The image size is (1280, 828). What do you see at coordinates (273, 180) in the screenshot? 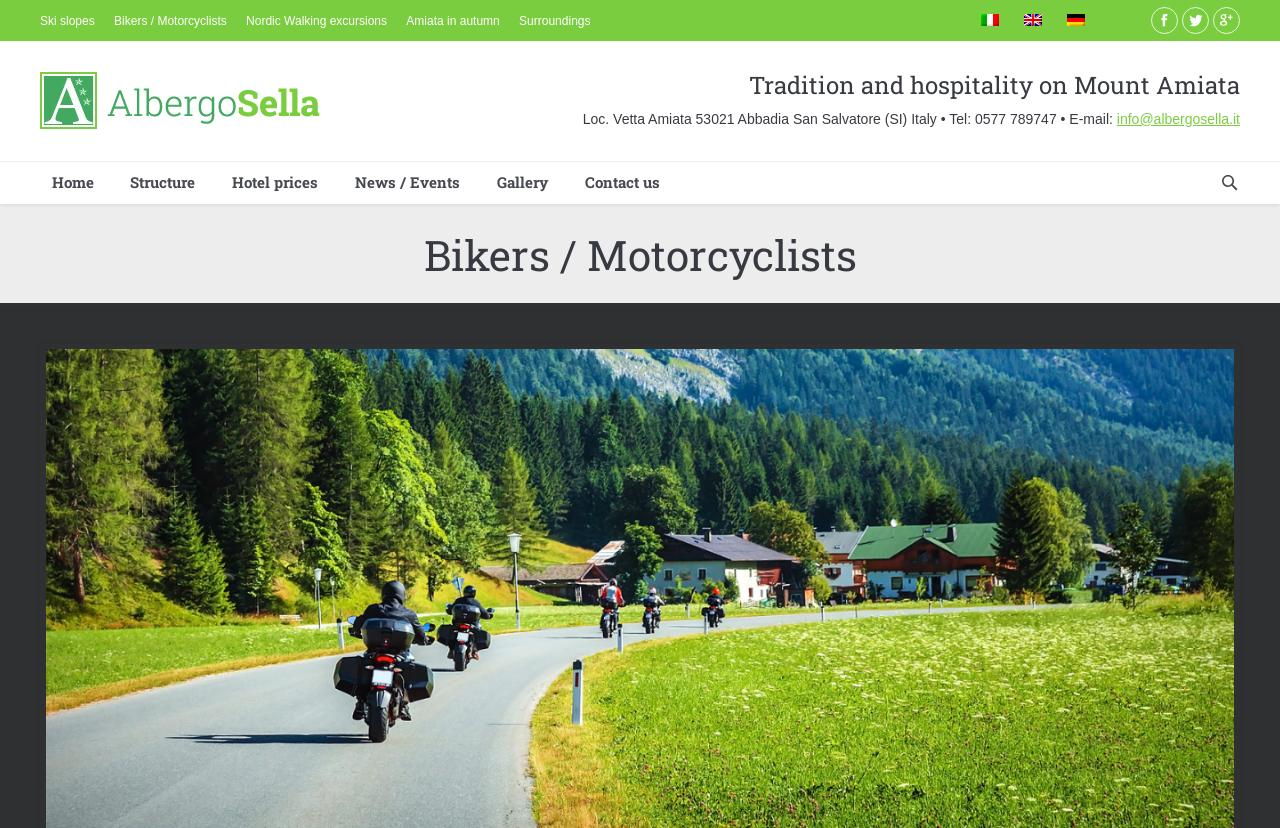
I see `'Hotel prices'` at bounding box center [273, 180].